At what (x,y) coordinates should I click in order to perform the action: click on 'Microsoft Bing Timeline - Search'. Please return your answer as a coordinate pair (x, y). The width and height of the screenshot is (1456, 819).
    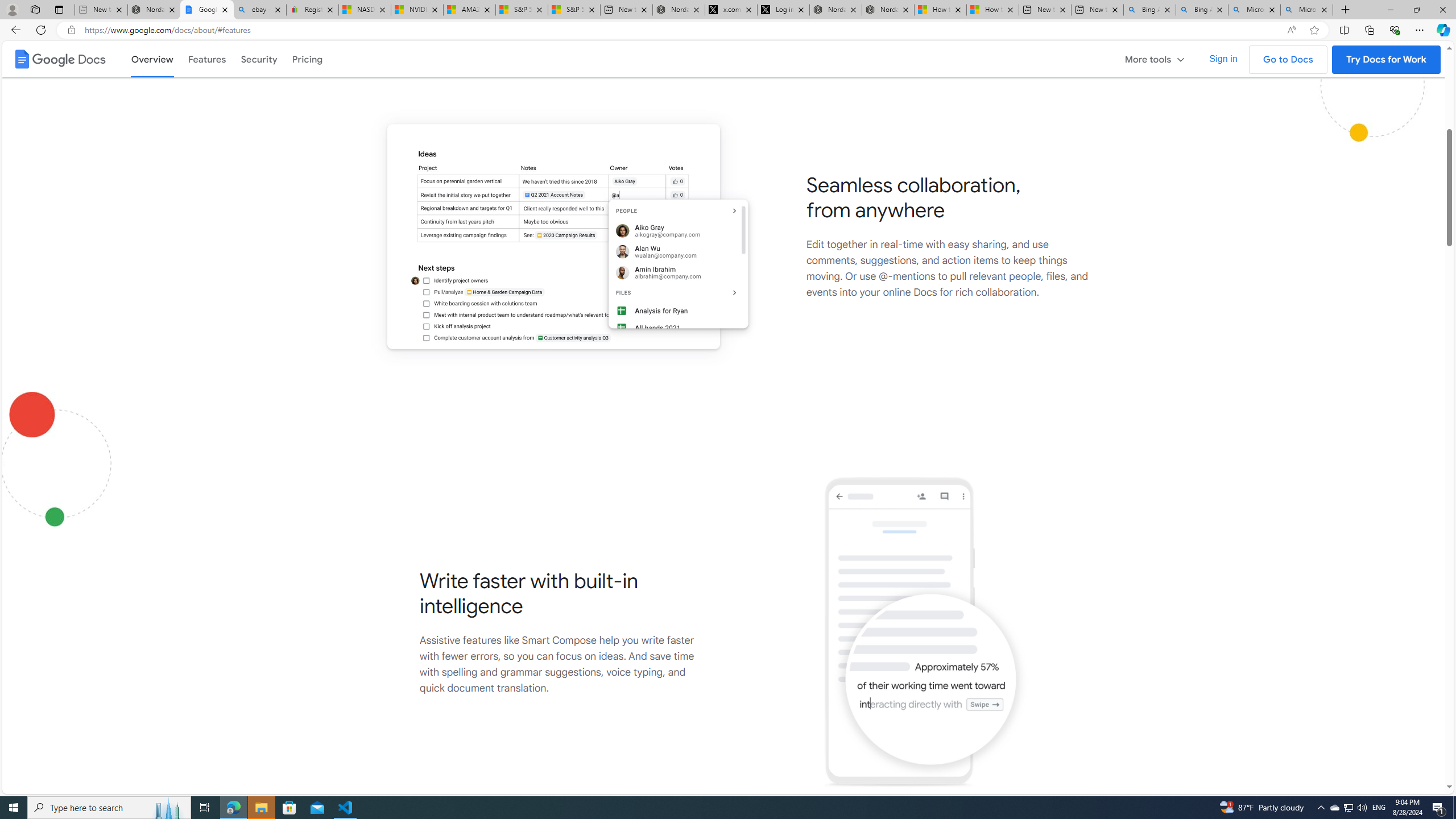
    Looking at the image, I should click on (1306, 9).